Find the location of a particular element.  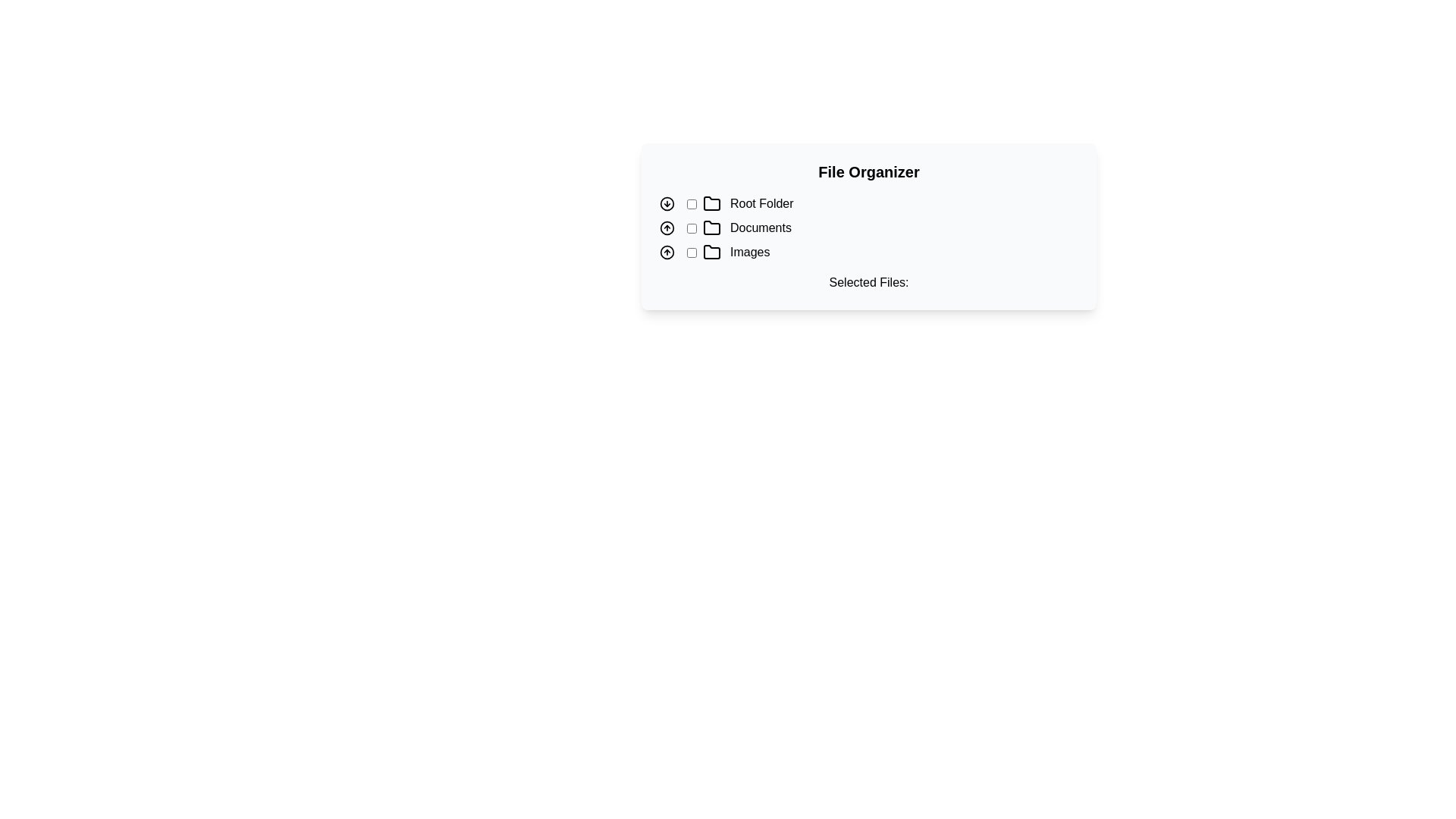

the folder icon representing the 'Documents' category in the 'File Organizer' section, which is positioned in the second row of the list is located at coordinates (711, 227).